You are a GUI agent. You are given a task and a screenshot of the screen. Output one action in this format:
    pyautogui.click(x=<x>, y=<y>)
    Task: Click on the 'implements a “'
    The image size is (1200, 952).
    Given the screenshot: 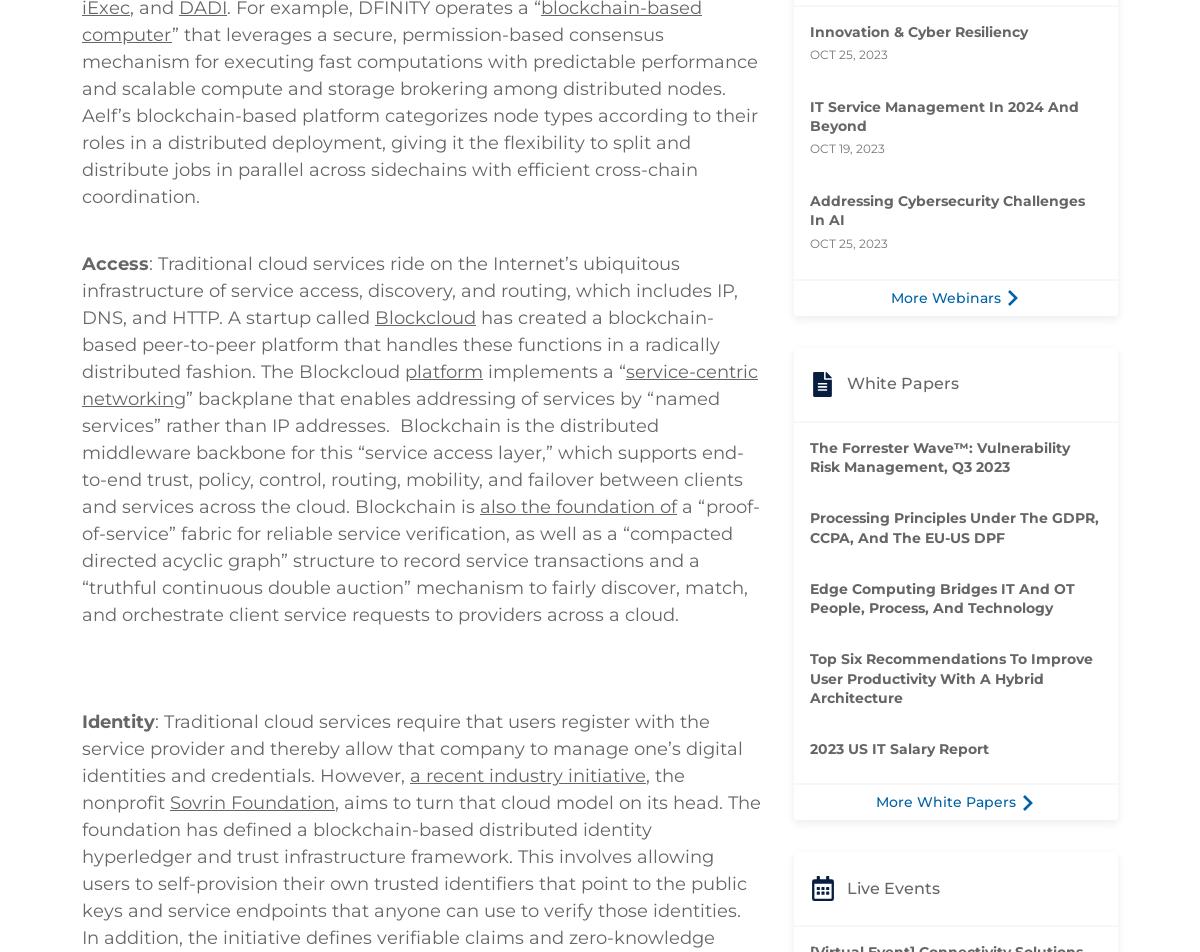 What is the action you would take?
    pyautogui.click(x=553, y=563)
    